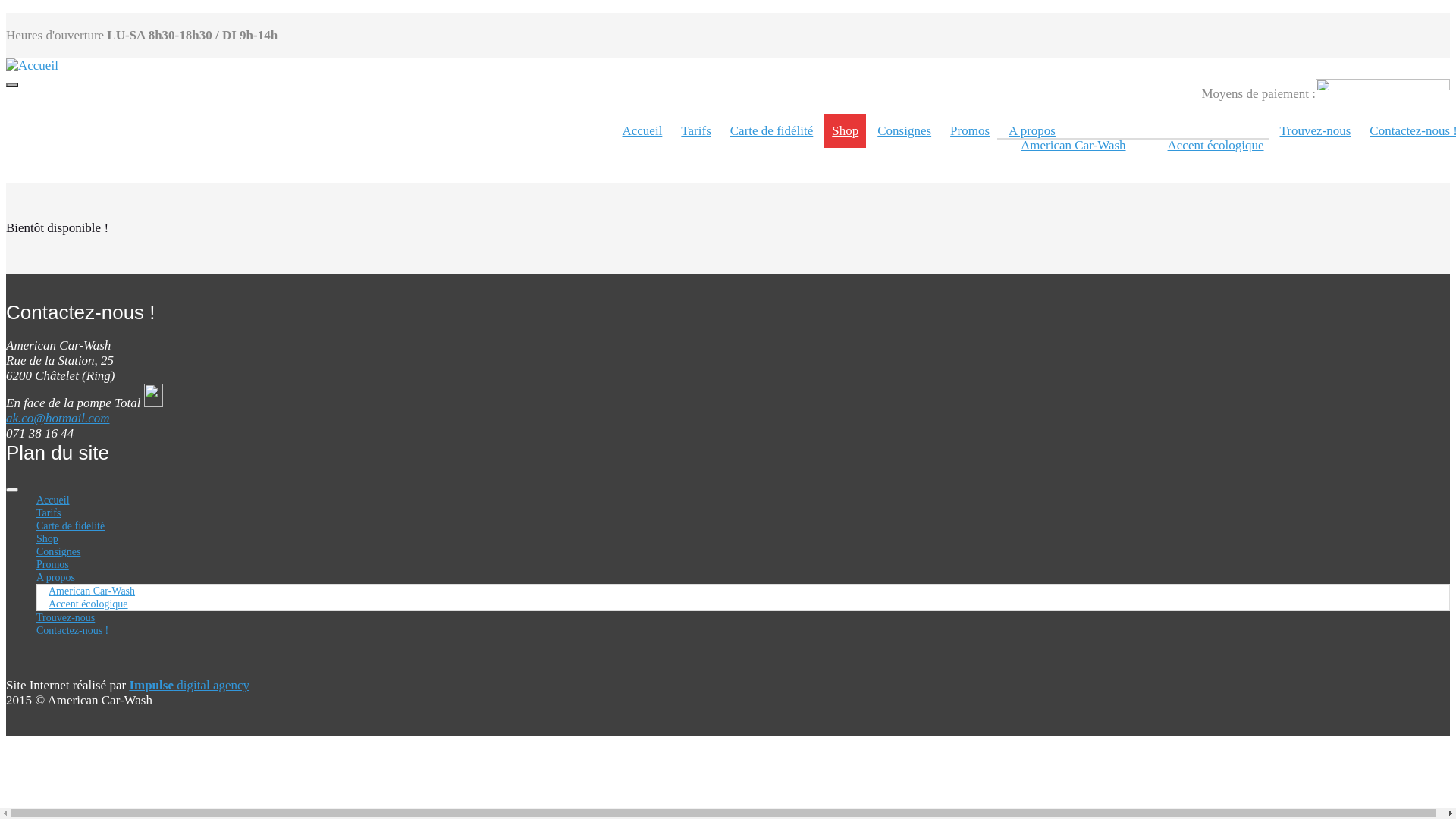  What do you see at coordinates (58, 418) in the screenshot?
I see `'ak.co@hotmail.com'` at bounding box center [58, 418].